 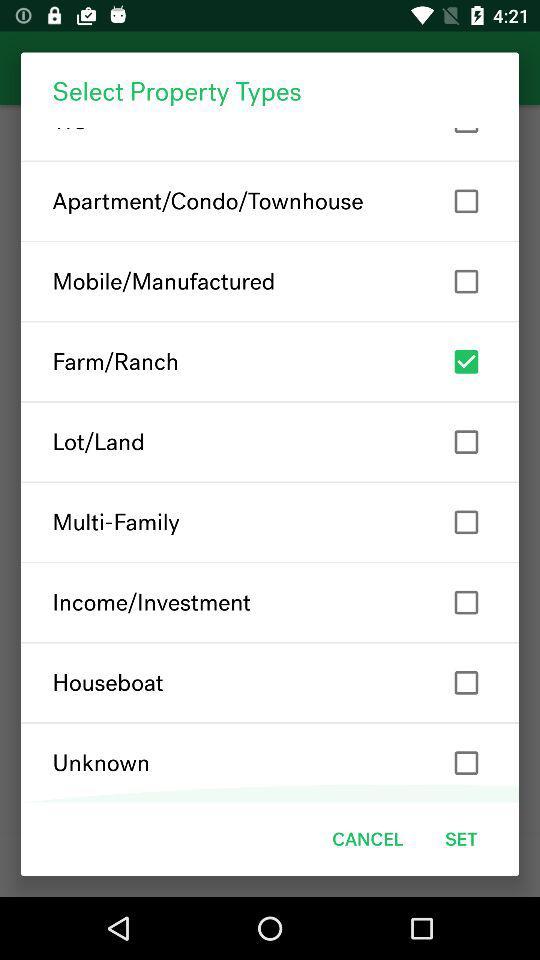 I want to click on the item below the multi-family item, so click(x=270, y=601).